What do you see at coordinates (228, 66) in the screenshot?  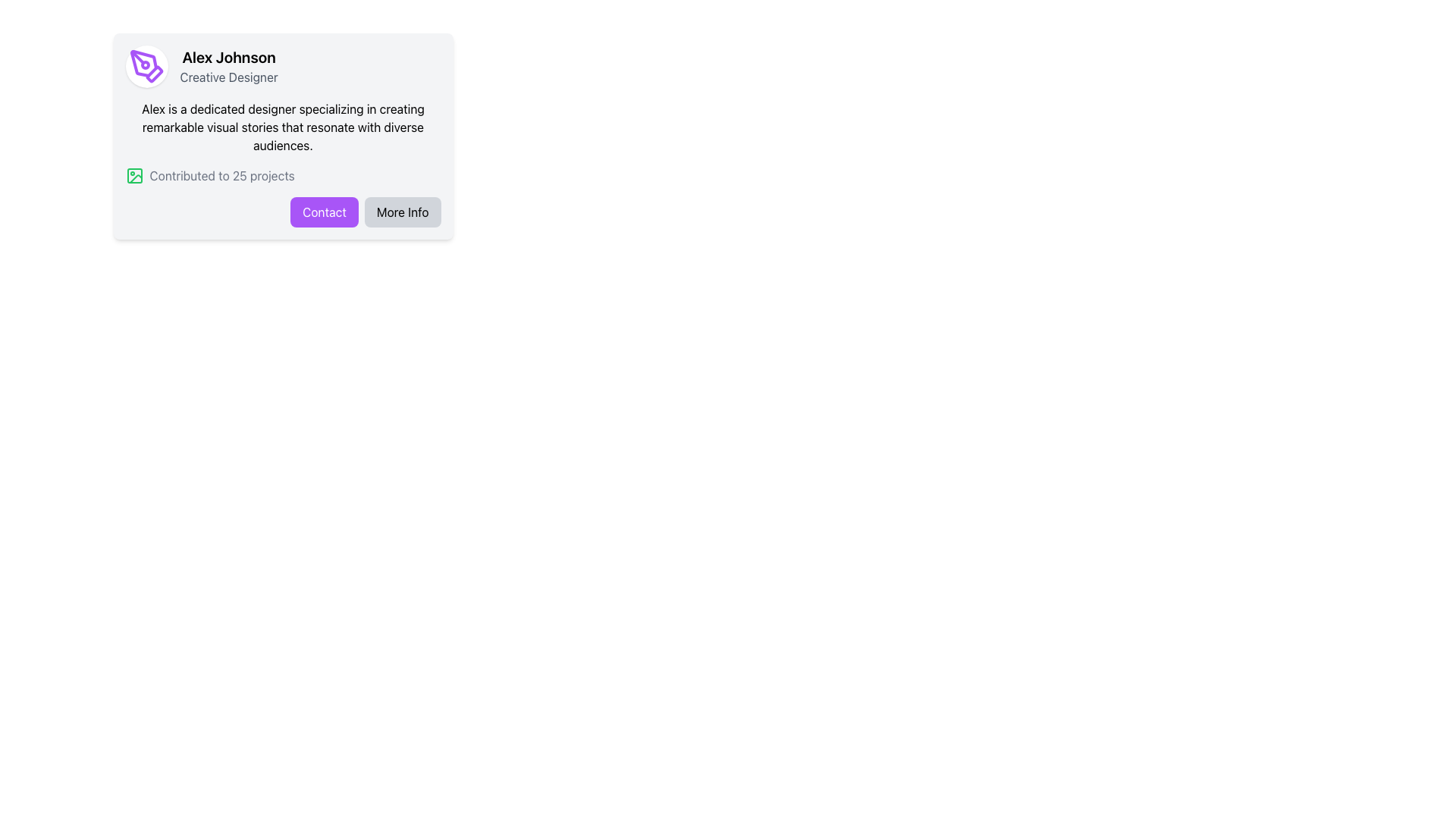 I see `the text display component that presents the individual's name and professional title, located centrally within a card-like interface, to the right of a decorative icon and above a descriptive paragraph` at bounding box center [228, 66].